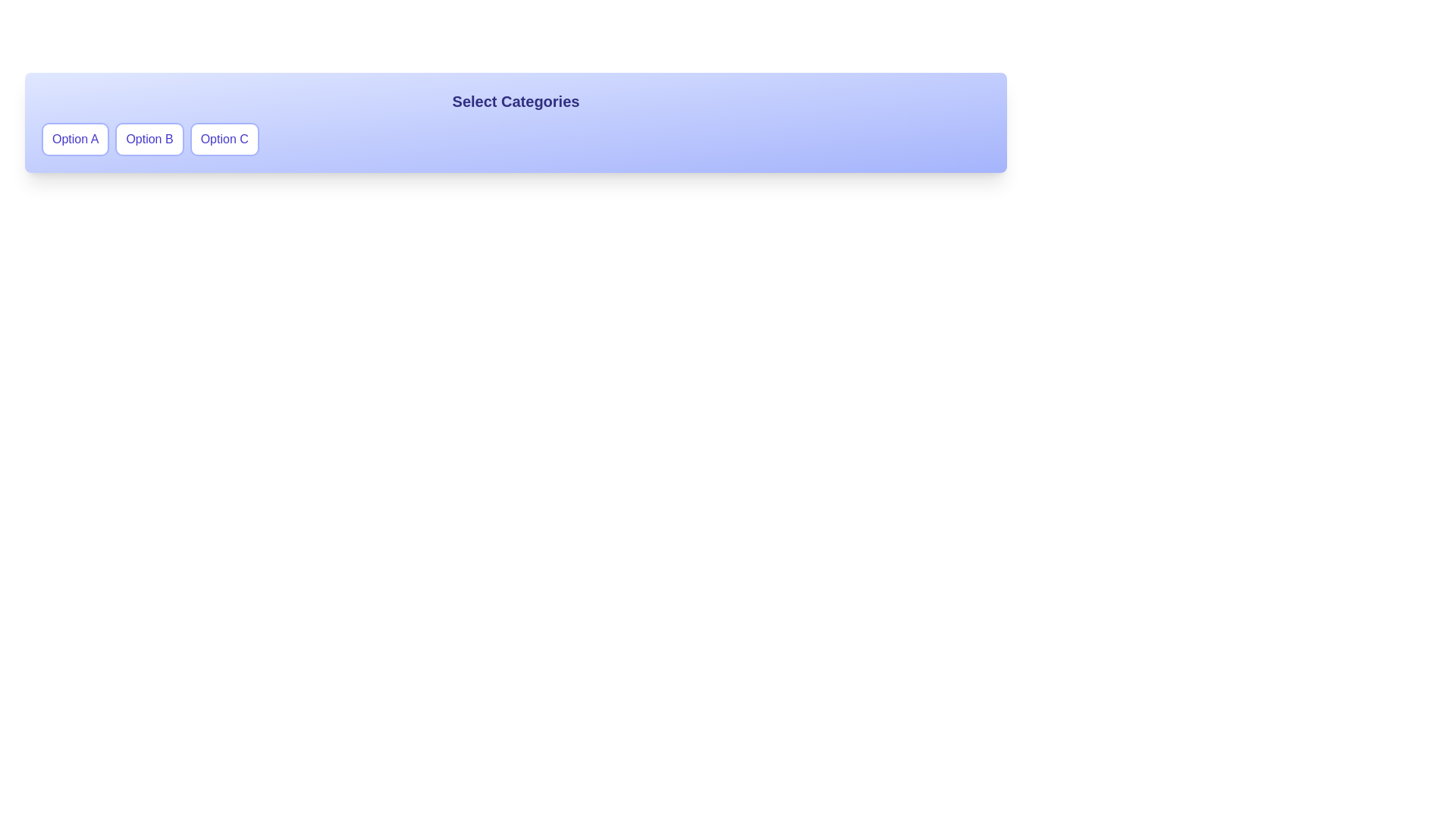  Describe the element at coordinates (224, 140) in the screenshot. I see `the button labeled Option C to observe any visual change` at that location.